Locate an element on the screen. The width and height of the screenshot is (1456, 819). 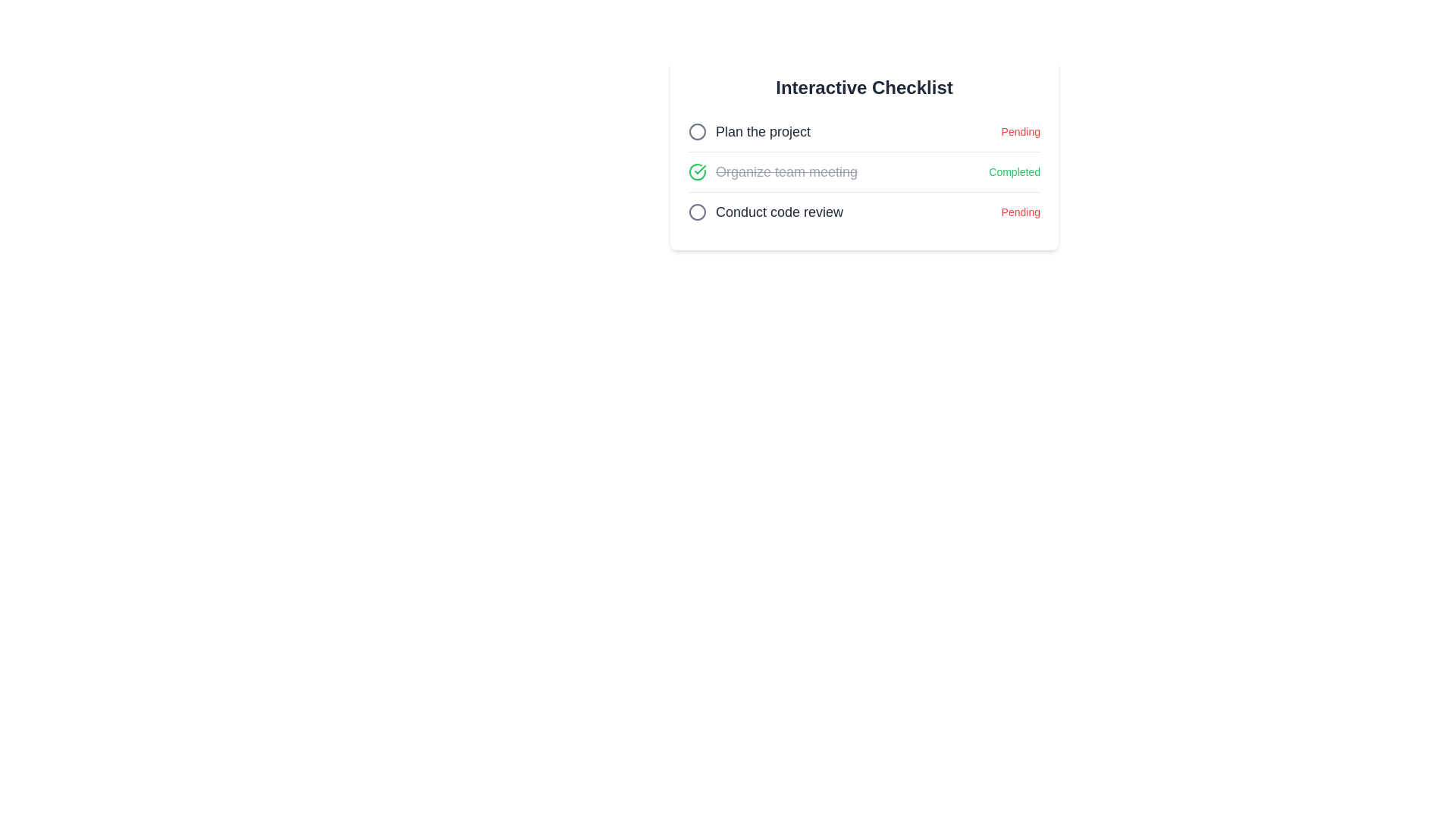
the circular icon representing the third item in the checklist labeled 'Conduct code review' is located at coordinates (697, 212).